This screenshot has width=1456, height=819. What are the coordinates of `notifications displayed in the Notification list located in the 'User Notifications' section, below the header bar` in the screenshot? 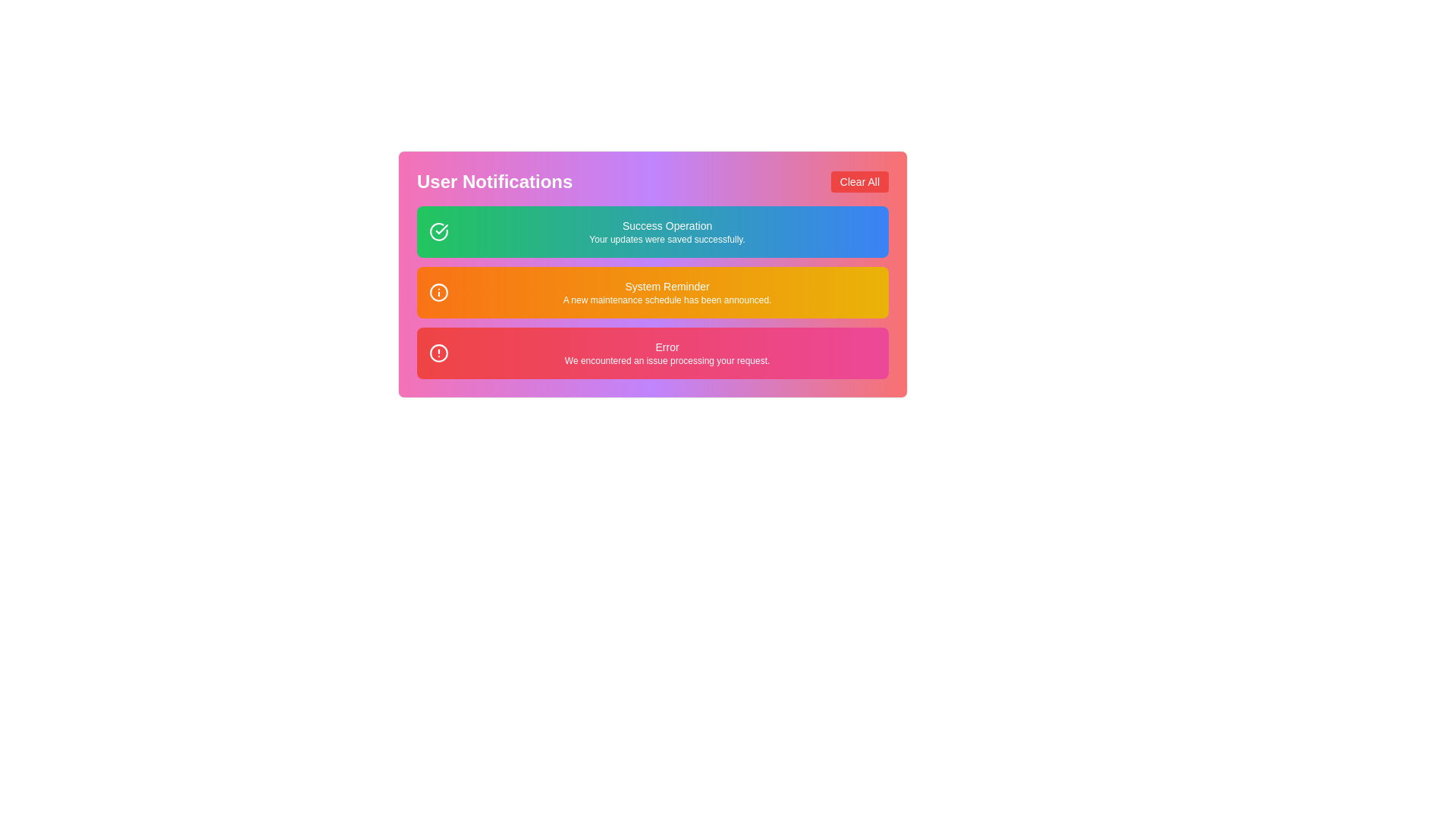 It's located at (652, 292).